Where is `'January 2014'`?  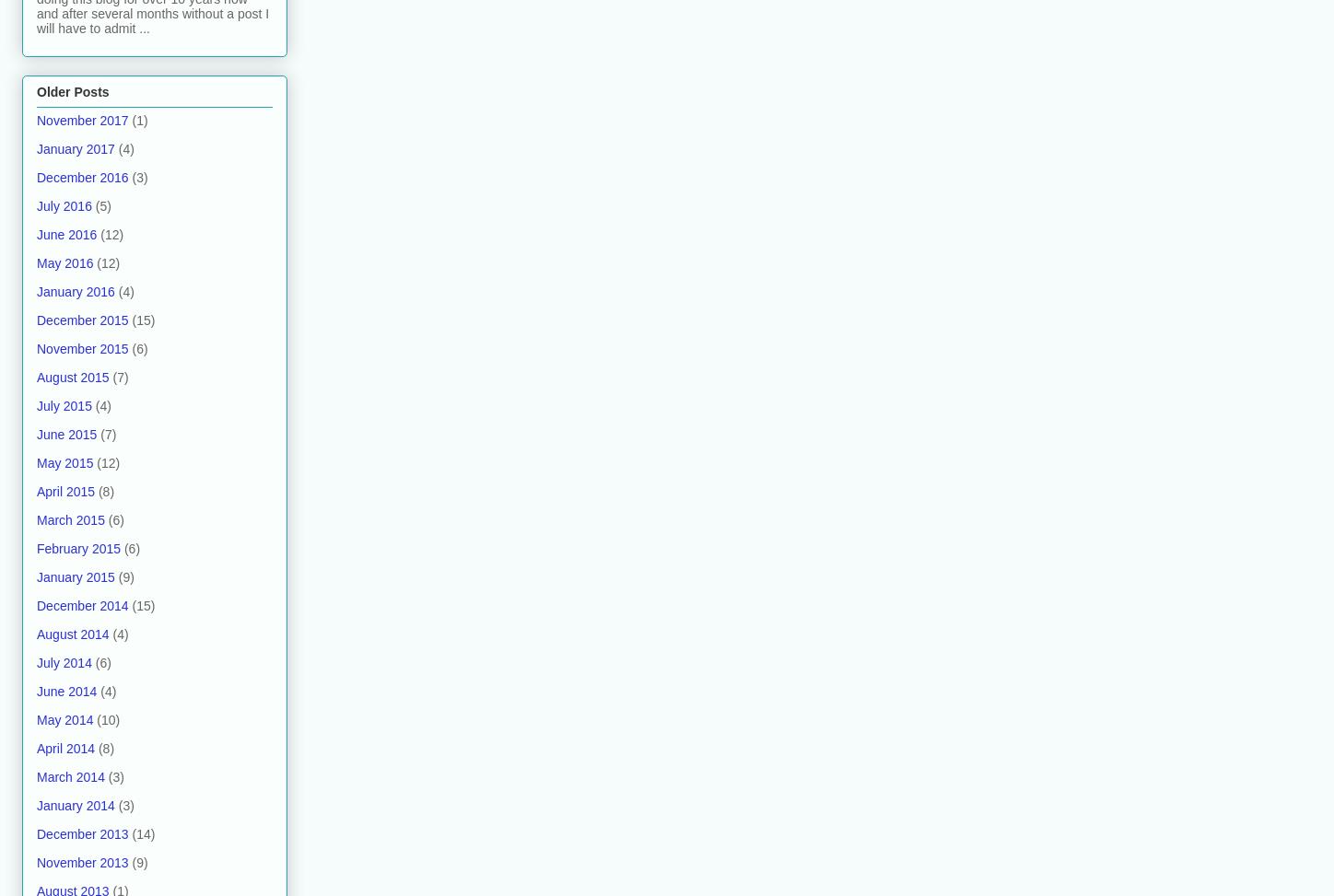 'January 2014' is located at coordinates (75, 805).